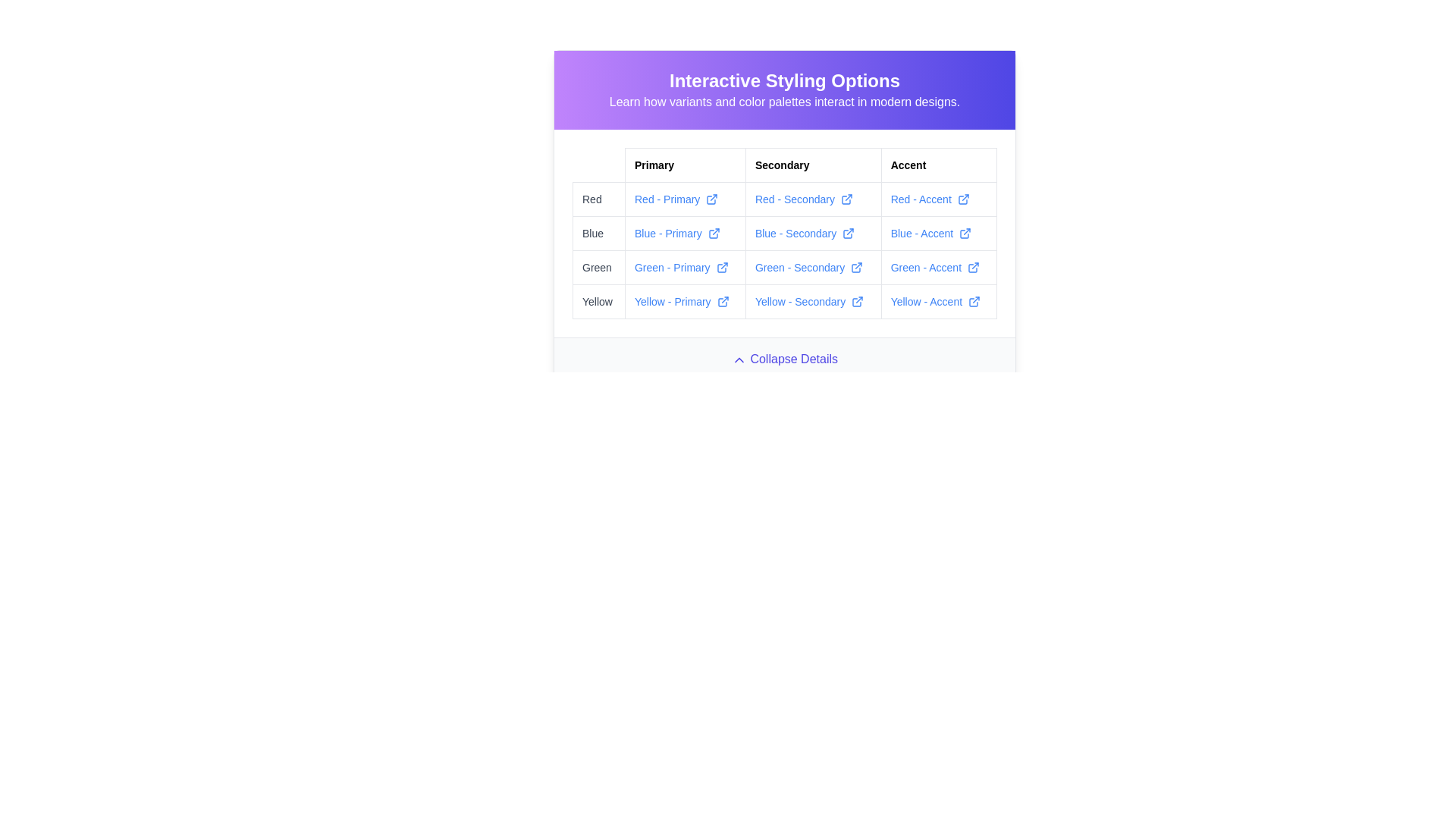  I want to click on the external link icon next to the blue hyperlink styled text 'Blue - Secondary' in the second row, second column under the 'Interactive Styling Options' section, so click(785, 234).